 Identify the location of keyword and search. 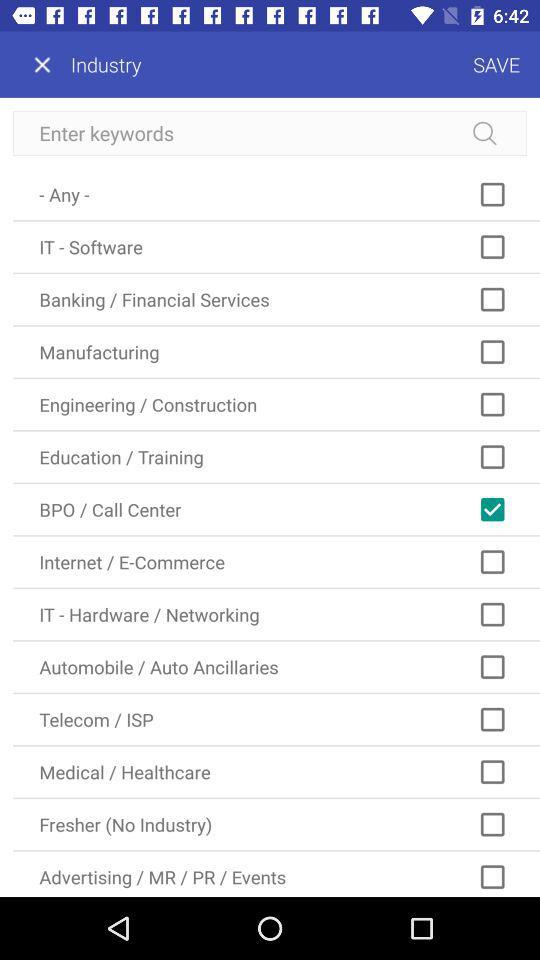
(270, 132).